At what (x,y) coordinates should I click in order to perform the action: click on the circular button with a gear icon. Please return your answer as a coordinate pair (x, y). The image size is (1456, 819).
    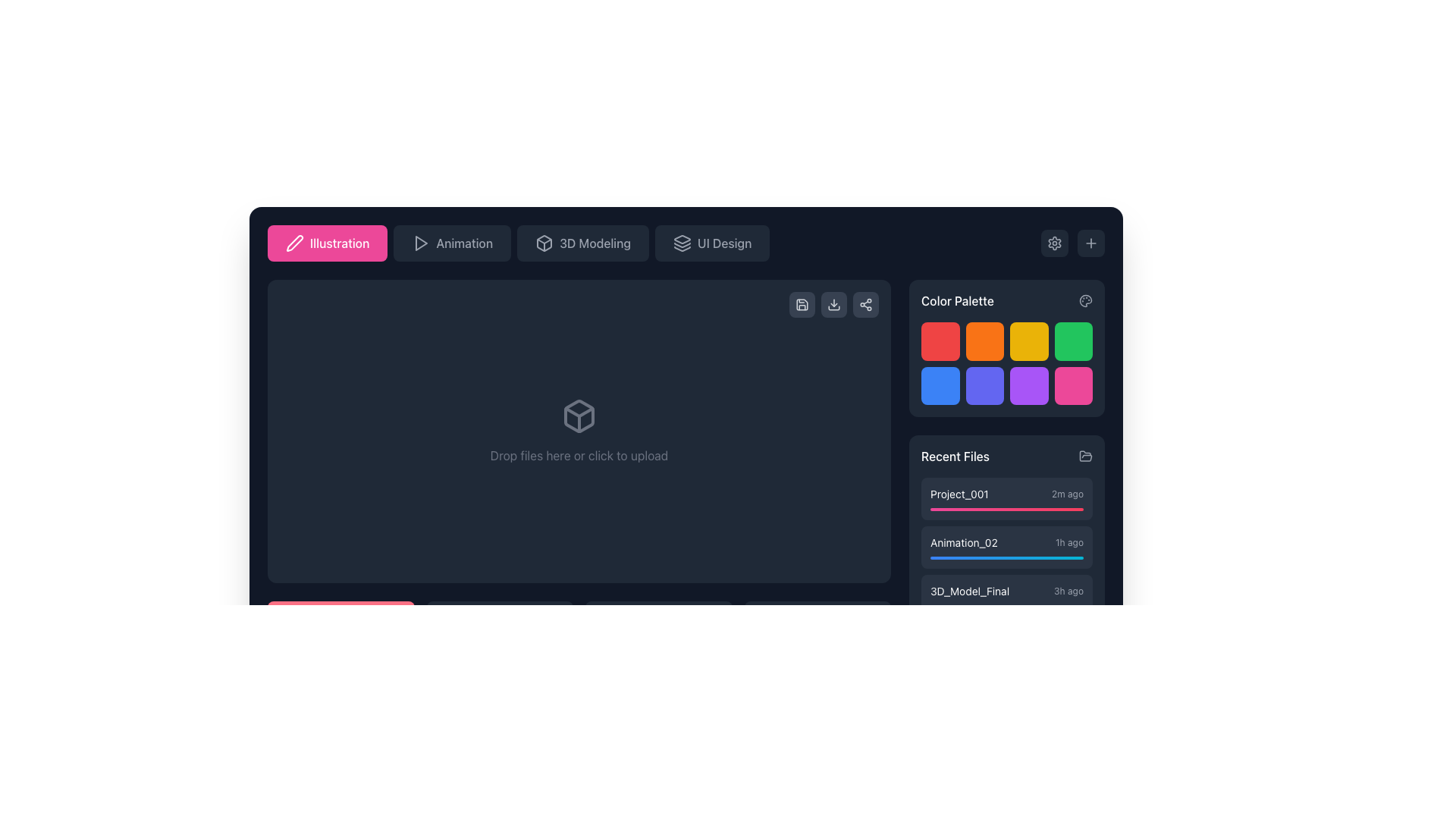
    Looking at the image, I should click on (1054, 242).